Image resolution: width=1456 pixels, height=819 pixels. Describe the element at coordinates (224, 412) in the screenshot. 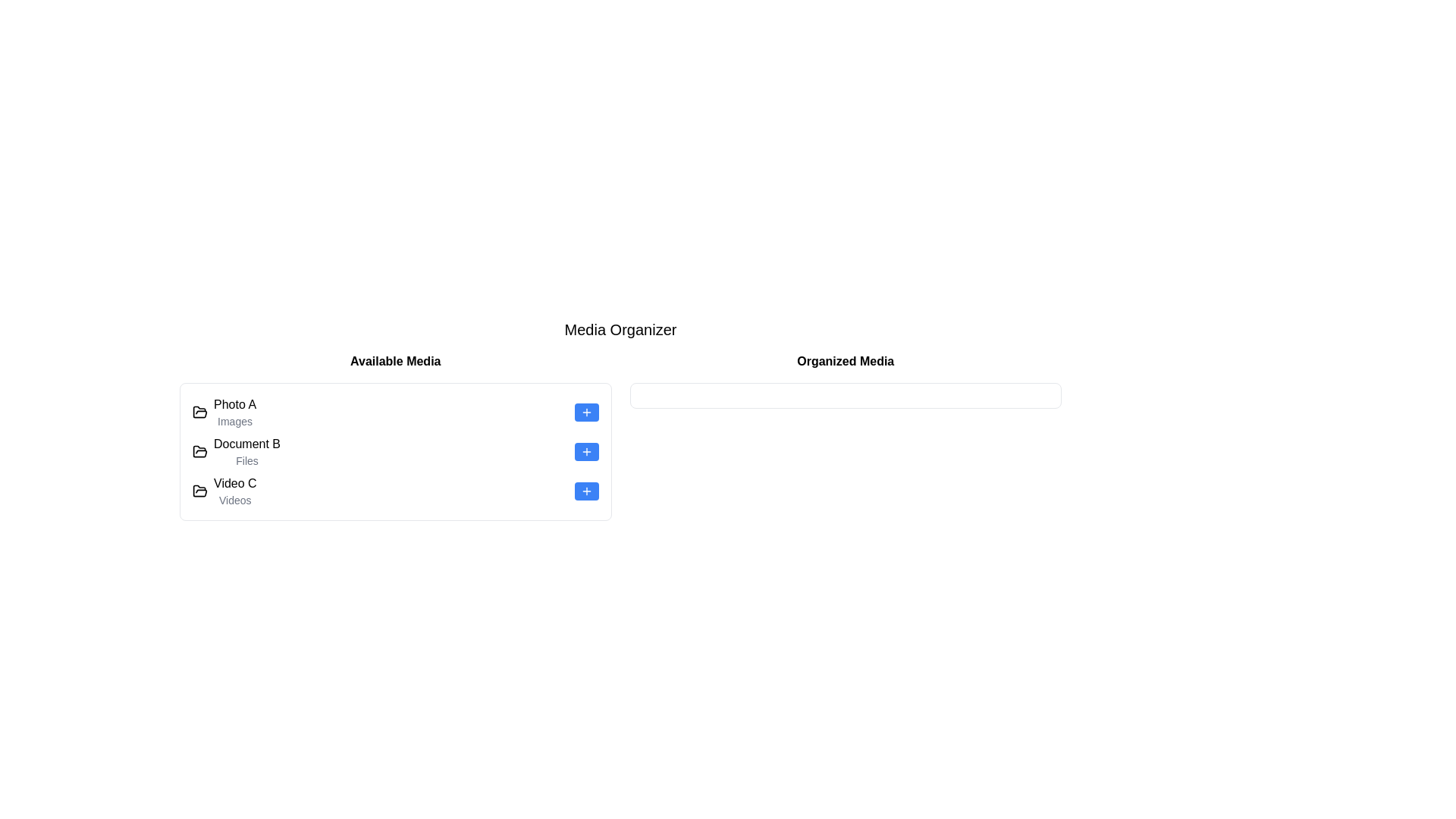

I see `the clickable folder labeled 'Photo A' located at the top-left corner of the 'Available Media' section` at that location.